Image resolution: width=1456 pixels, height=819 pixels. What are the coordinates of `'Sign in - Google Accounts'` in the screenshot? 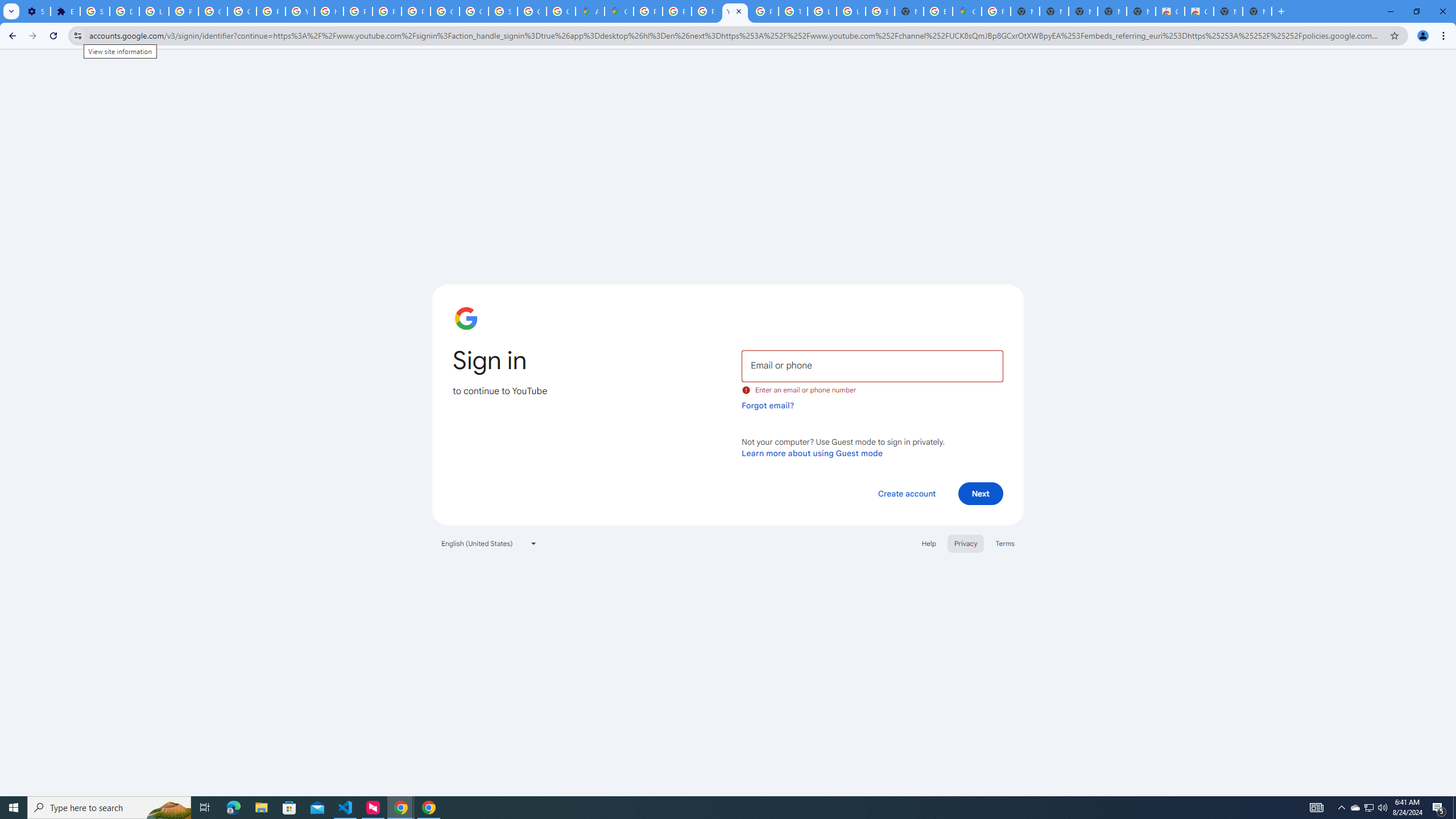 It's located at (95, 11).